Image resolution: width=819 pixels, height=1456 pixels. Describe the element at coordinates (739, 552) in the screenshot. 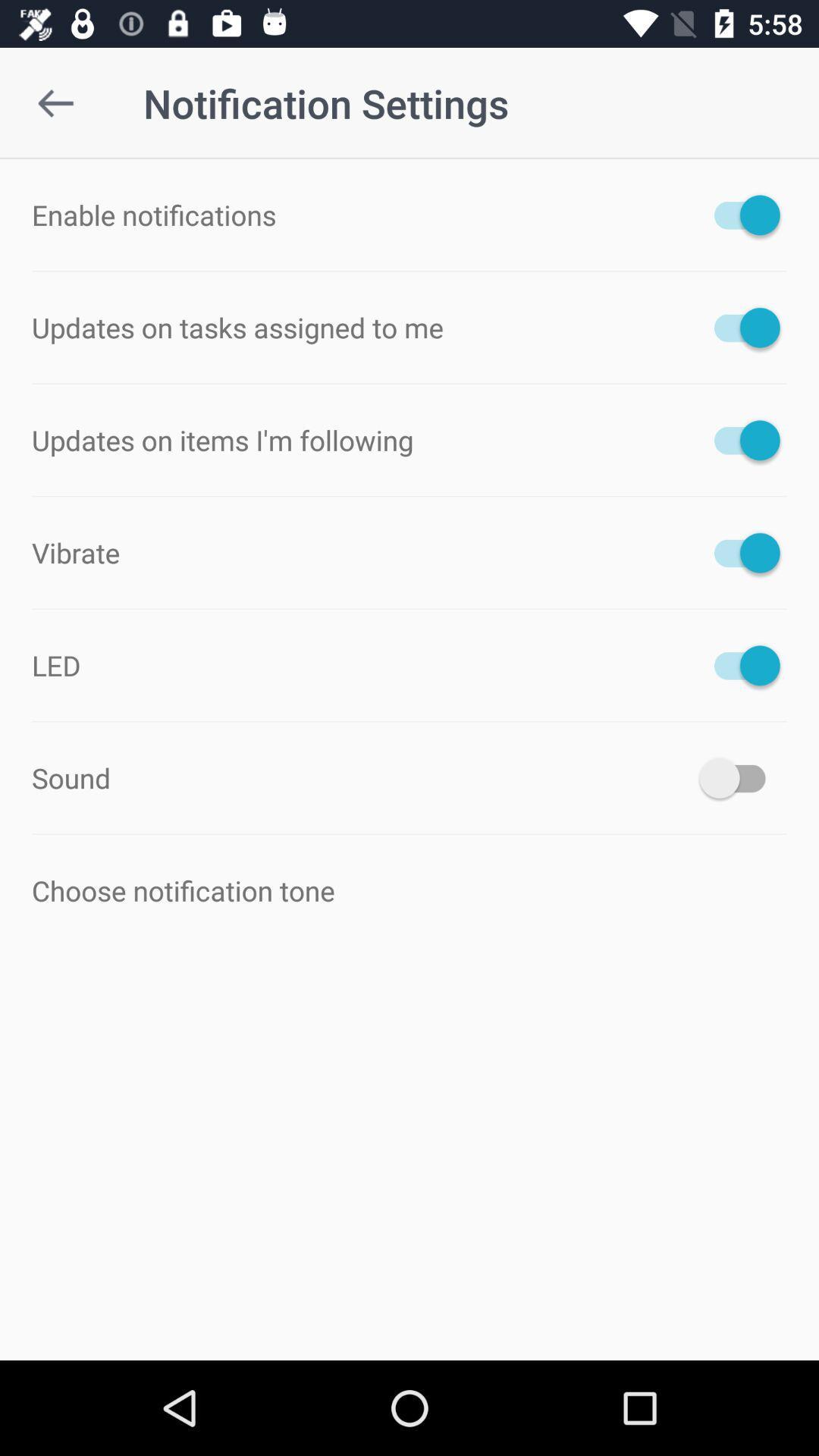

I see `on` at that location.